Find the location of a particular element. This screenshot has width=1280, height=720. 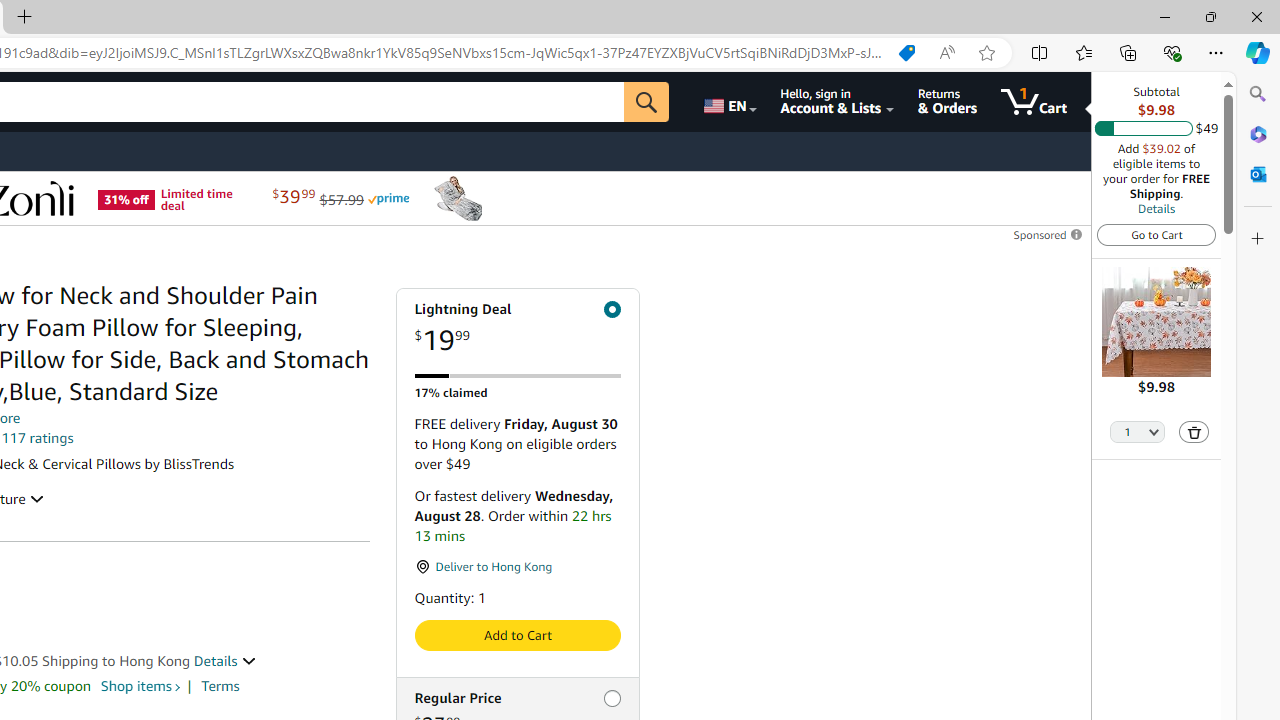

'Hello, sign in Account & Lists' is located at coordinates (837, 101).